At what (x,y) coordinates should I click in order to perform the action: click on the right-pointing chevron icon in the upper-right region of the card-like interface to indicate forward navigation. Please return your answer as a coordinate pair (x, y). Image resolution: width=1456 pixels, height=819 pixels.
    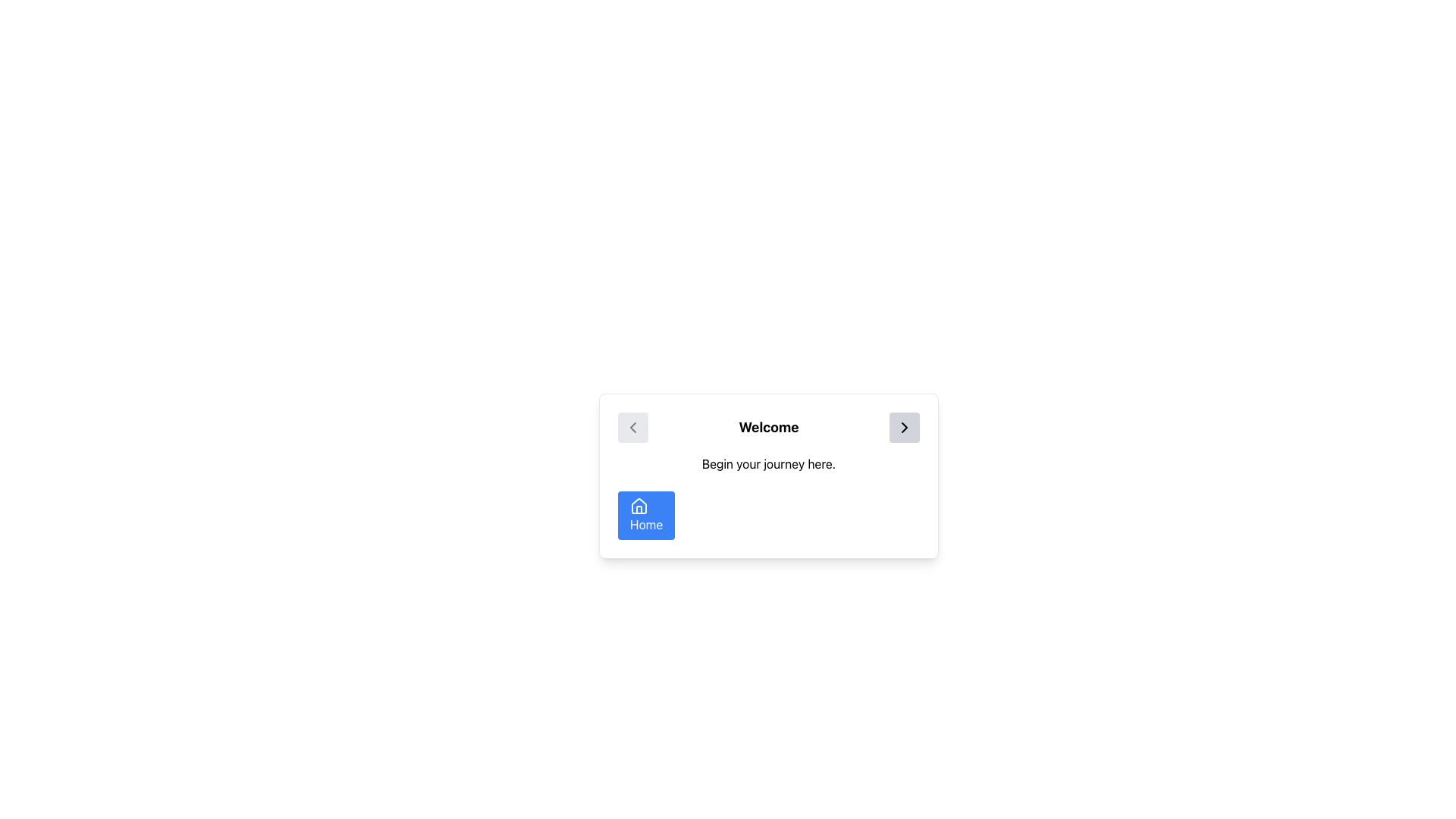
    Looking at the image, I should click on (904, 427).